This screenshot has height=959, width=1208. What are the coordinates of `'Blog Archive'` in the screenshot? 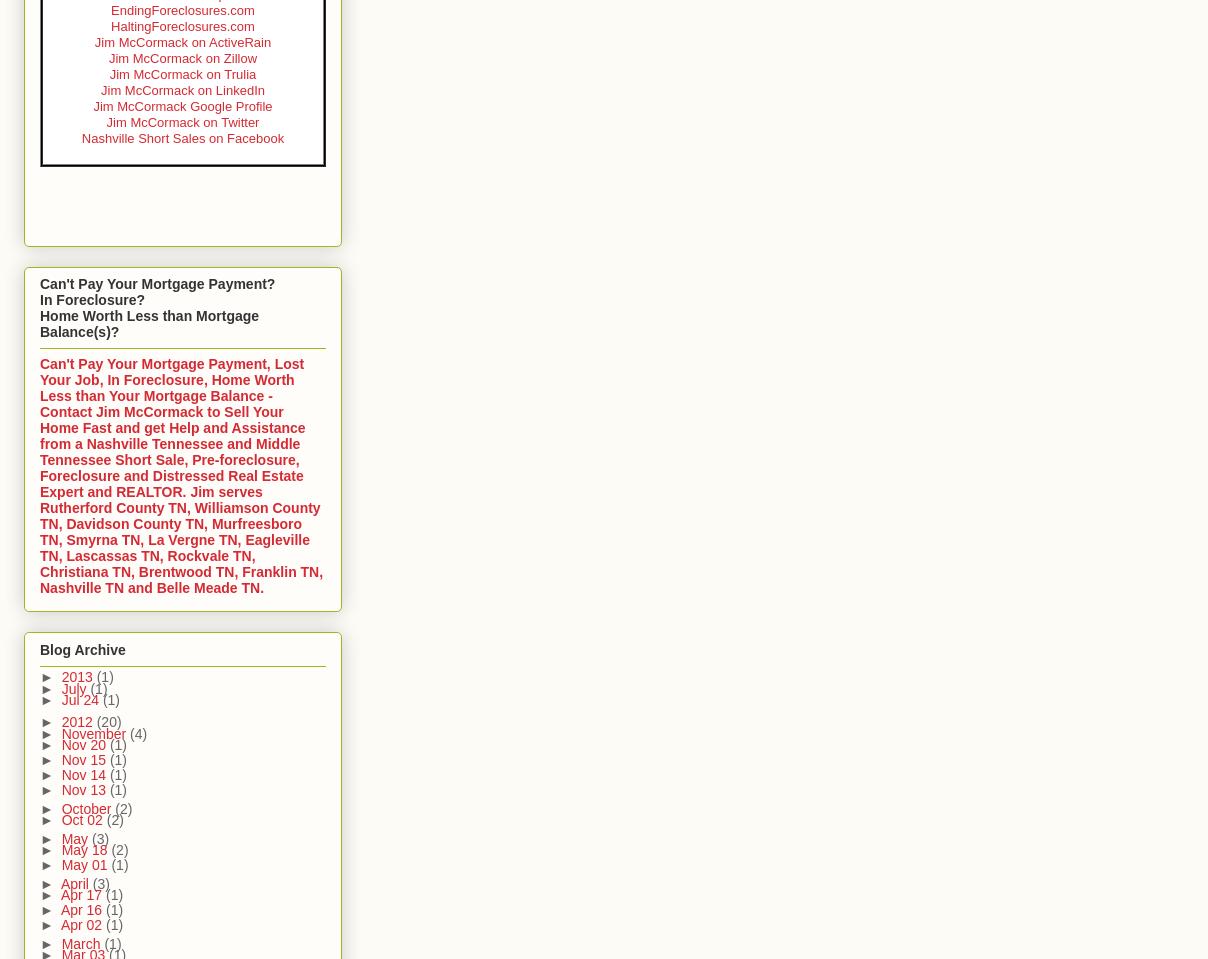 It's located at (81, 648).